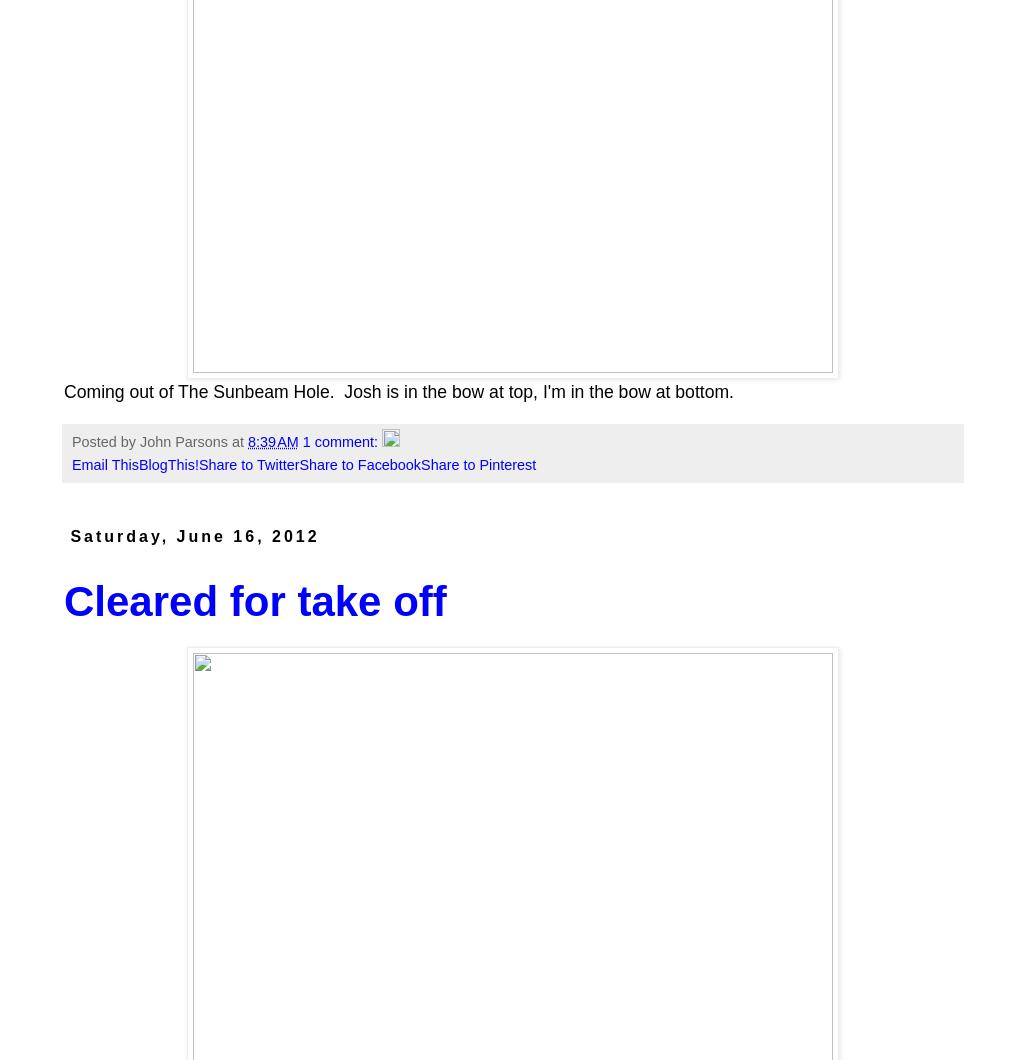 The width and height of the screenshot is (1018, 1060). What do you see at coordinates (103, 464) in the screenshot?
I see `'Email This'` at bounding box center [103, 464].